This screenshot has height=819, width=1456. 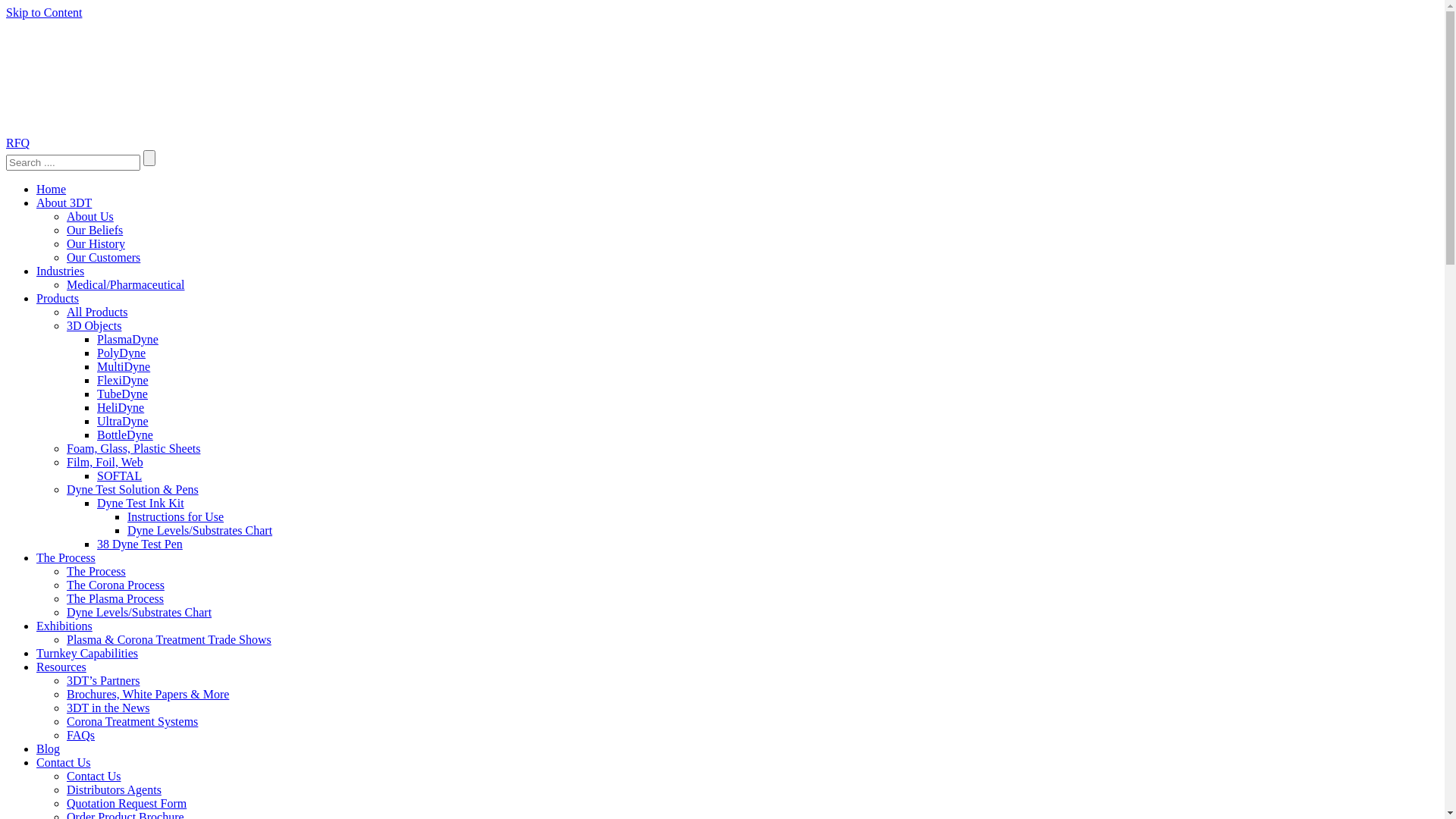 What do you see at coordinates (168, 639) in the screenshot?
I see `'Plasma & Corona Treatment Trade Shows'` at bounding box center [168, 639].